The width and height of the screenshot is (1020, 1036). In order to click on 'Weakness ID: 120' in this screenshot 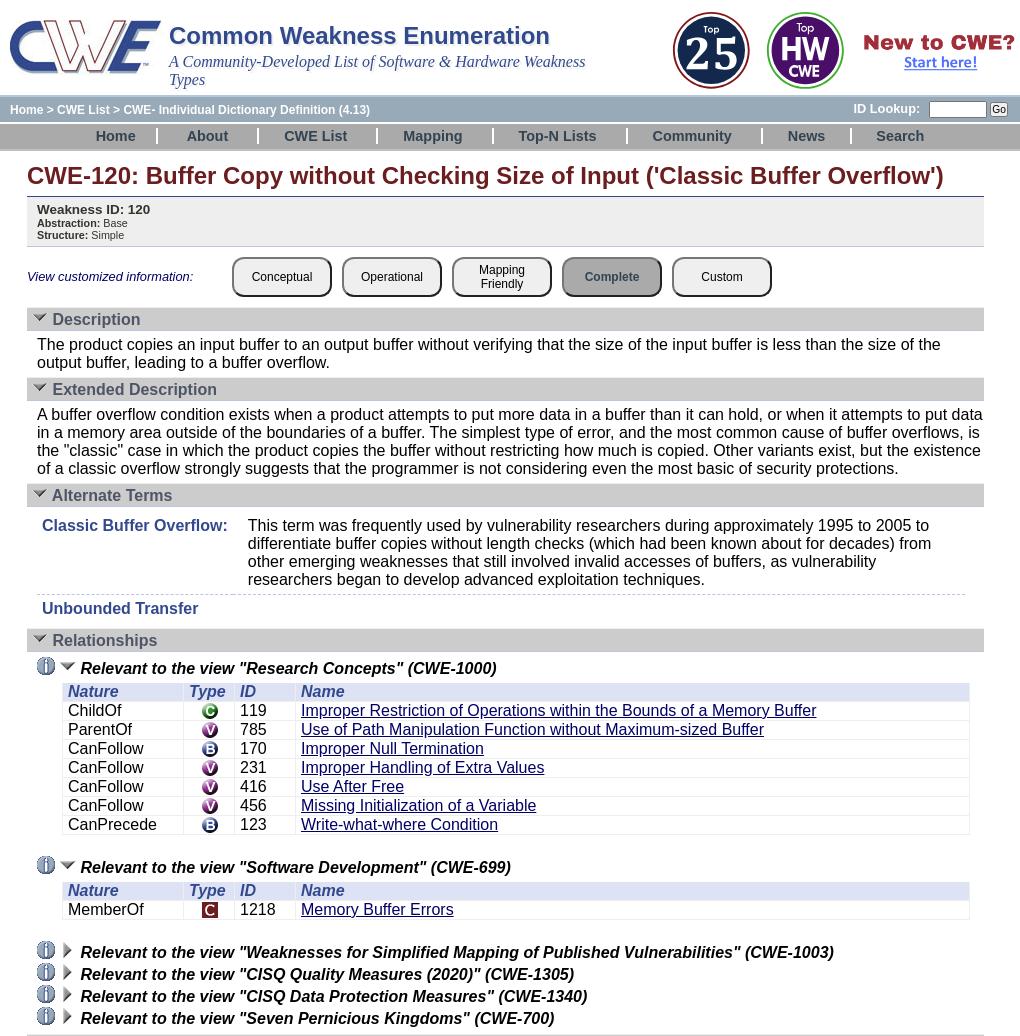, I will do `click(36, 209)`.